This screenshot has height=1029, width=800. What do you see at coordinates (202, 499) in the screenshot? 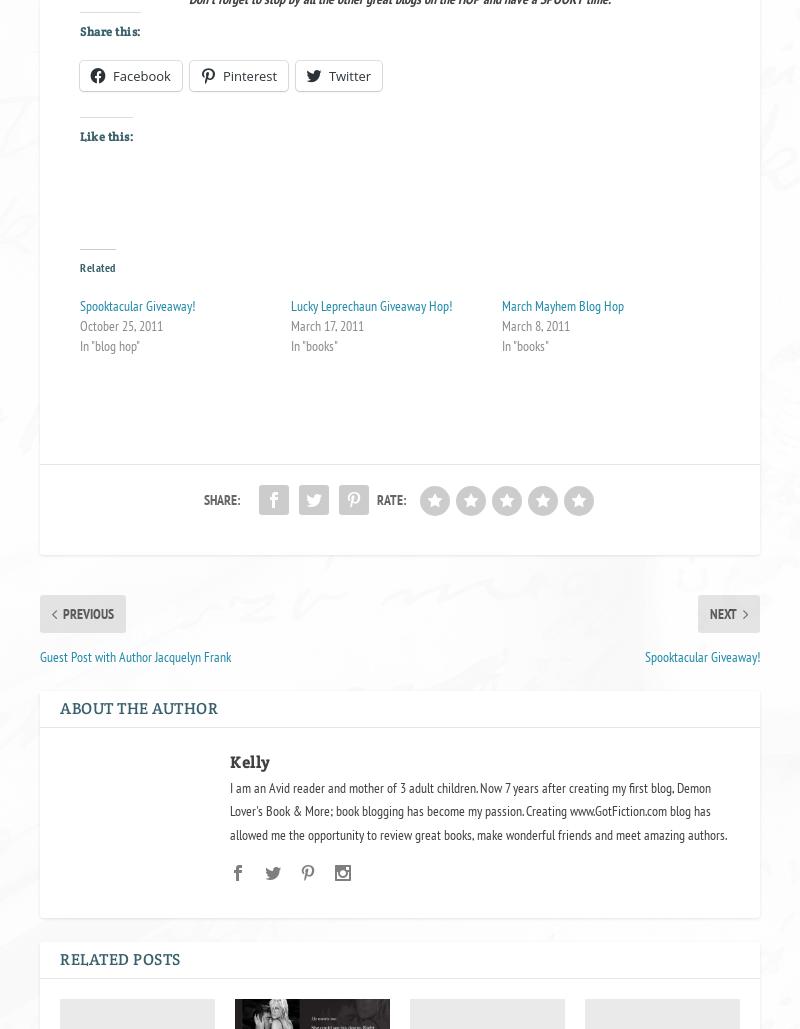
I see `'Share:'` at bounding box center [202, 499].